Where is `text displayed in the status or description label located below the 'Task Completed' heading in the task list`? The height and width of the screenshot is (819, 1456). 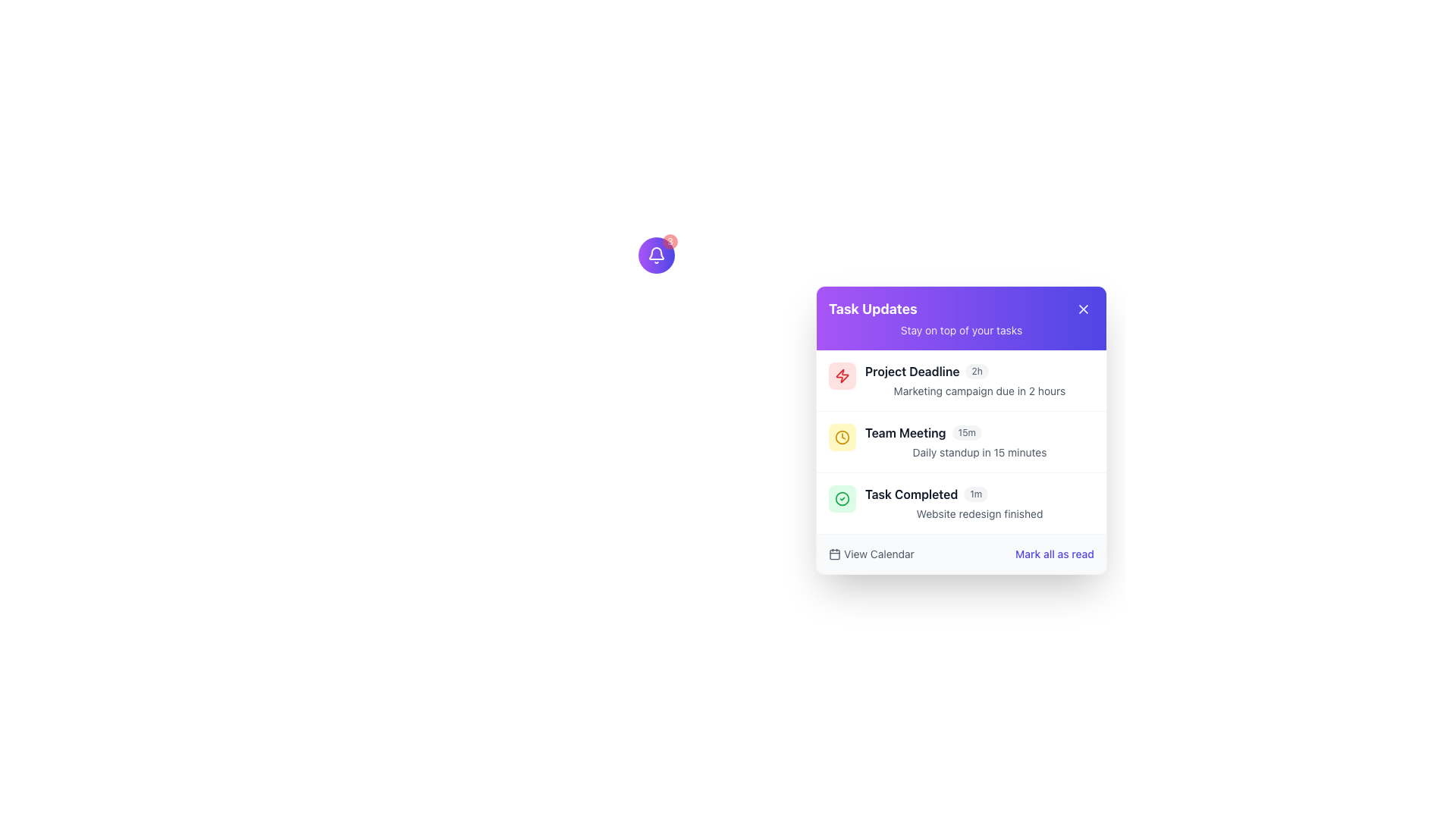
text displayed in the status or description label located below the 'Task Completed' heading in the task list is located at coordinates (979, 513).